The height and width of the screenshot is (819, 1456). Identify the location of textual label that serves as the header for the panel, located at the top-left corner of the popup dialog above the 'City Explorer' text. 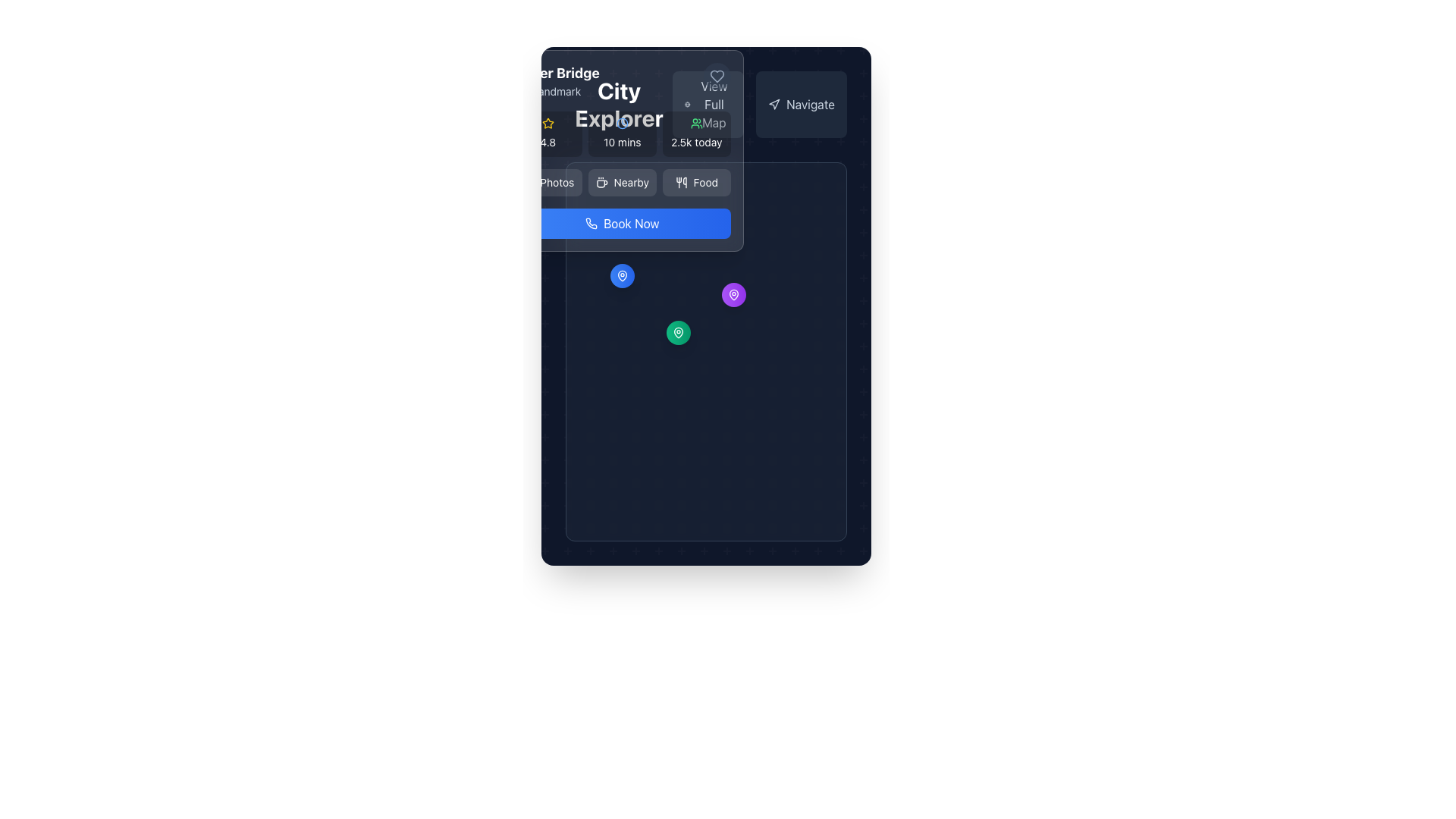
(622, 81).